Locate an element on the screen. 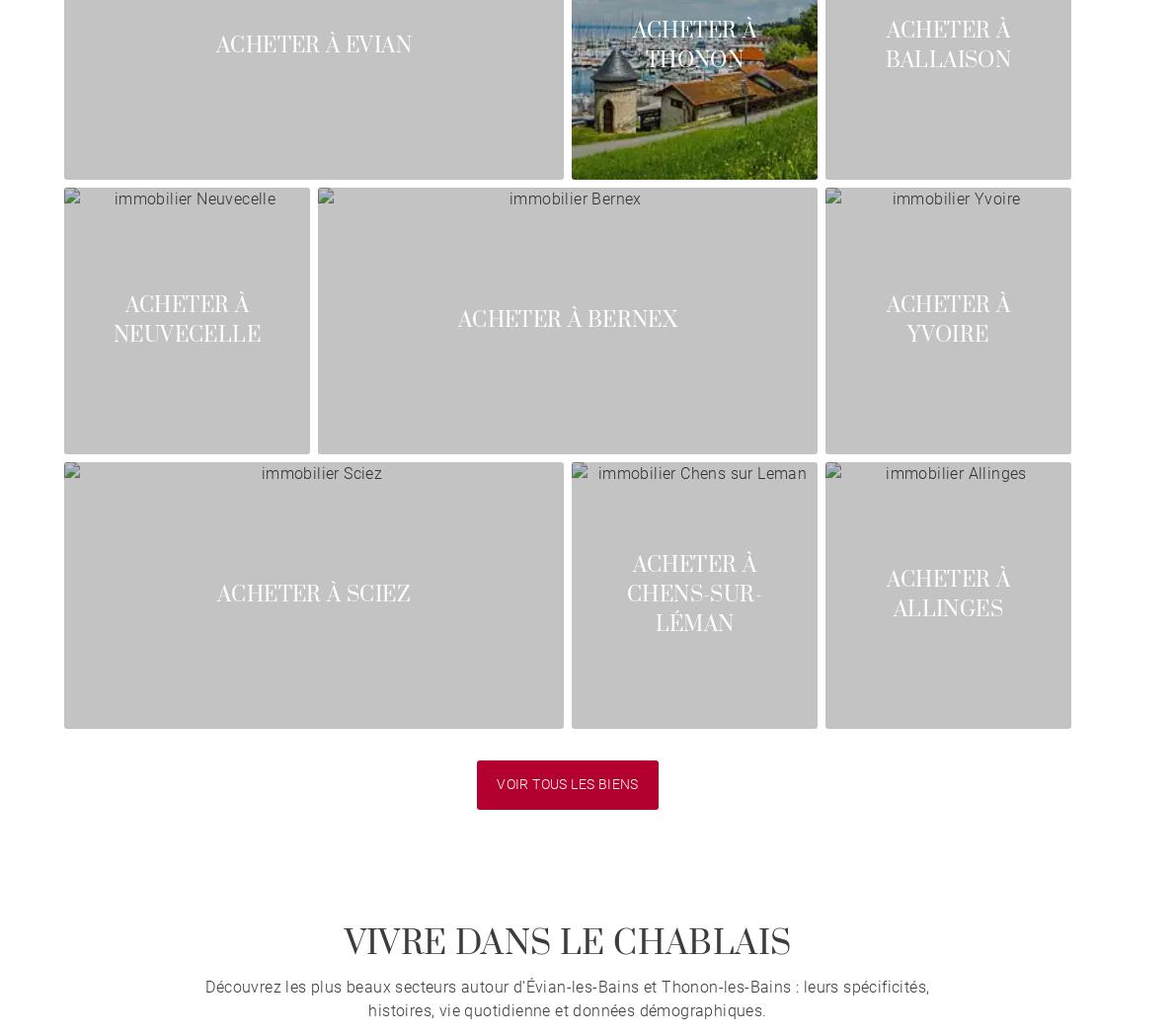  'Acheter à Evian' is located at coordinates (215, 45).